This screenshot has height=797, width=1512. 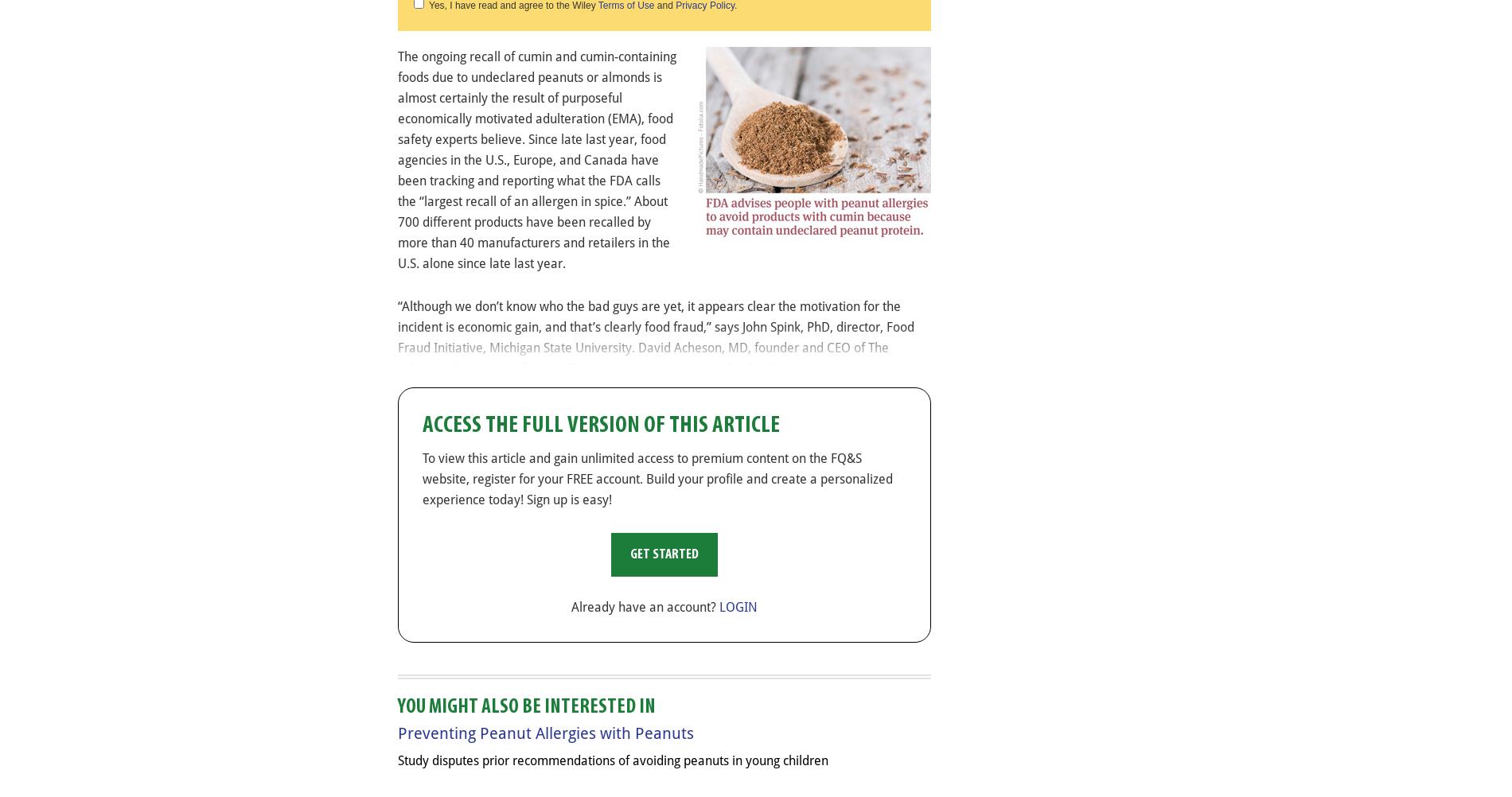 I want to click on 'Preventing Peanut Allergies with Peanuts', so click(x=546, y=733).